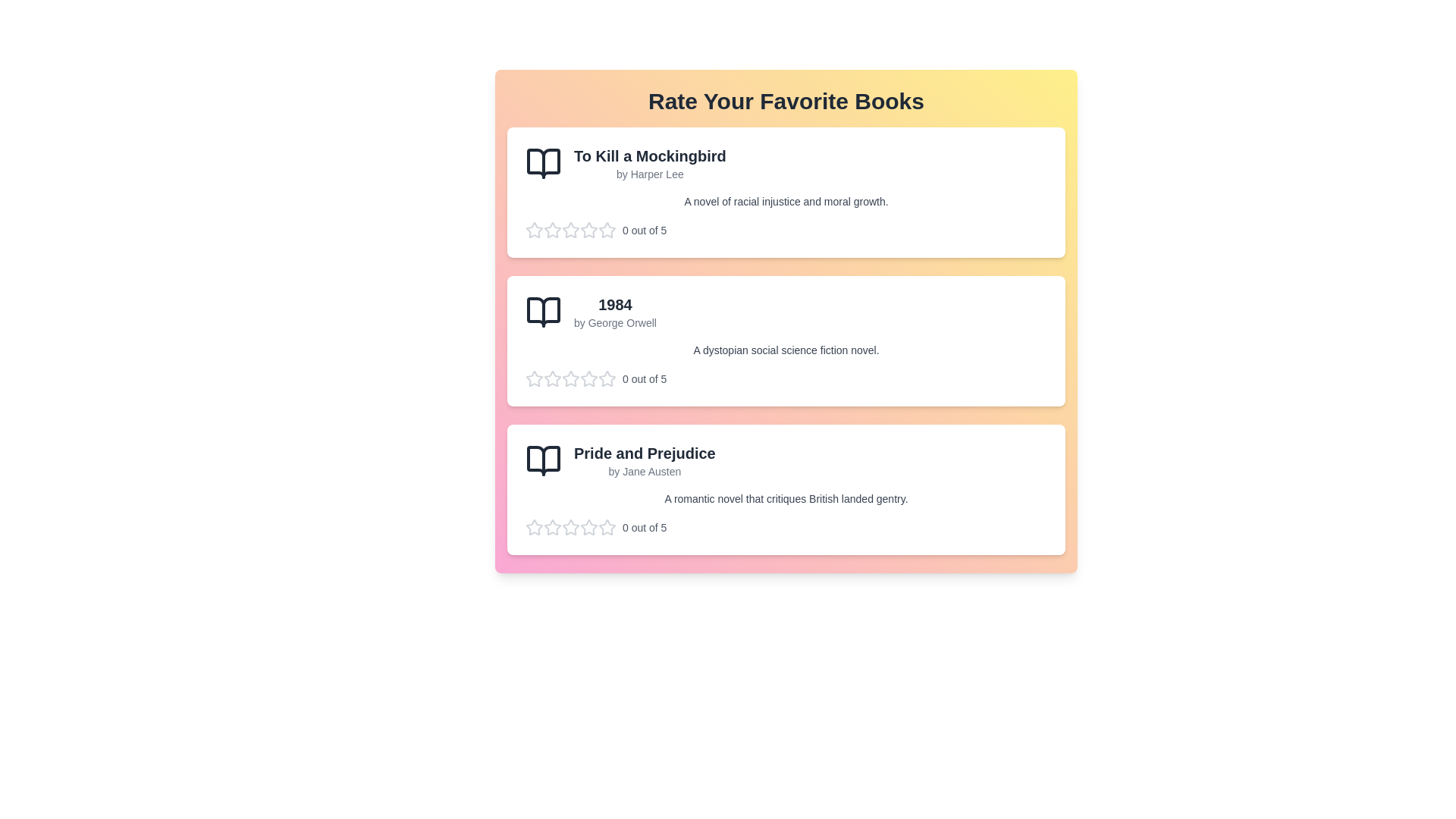 Image resolution: width=1456 pixels, height=819 pixels. What do you see at coordinates (786, 499) in the screenshot?
I see `the text block displaying 'A romantic novel that critiques British landed gentry.' which is located in the third card representing the book 'Pride and Prejudice'` at bounding box center [786, 499].